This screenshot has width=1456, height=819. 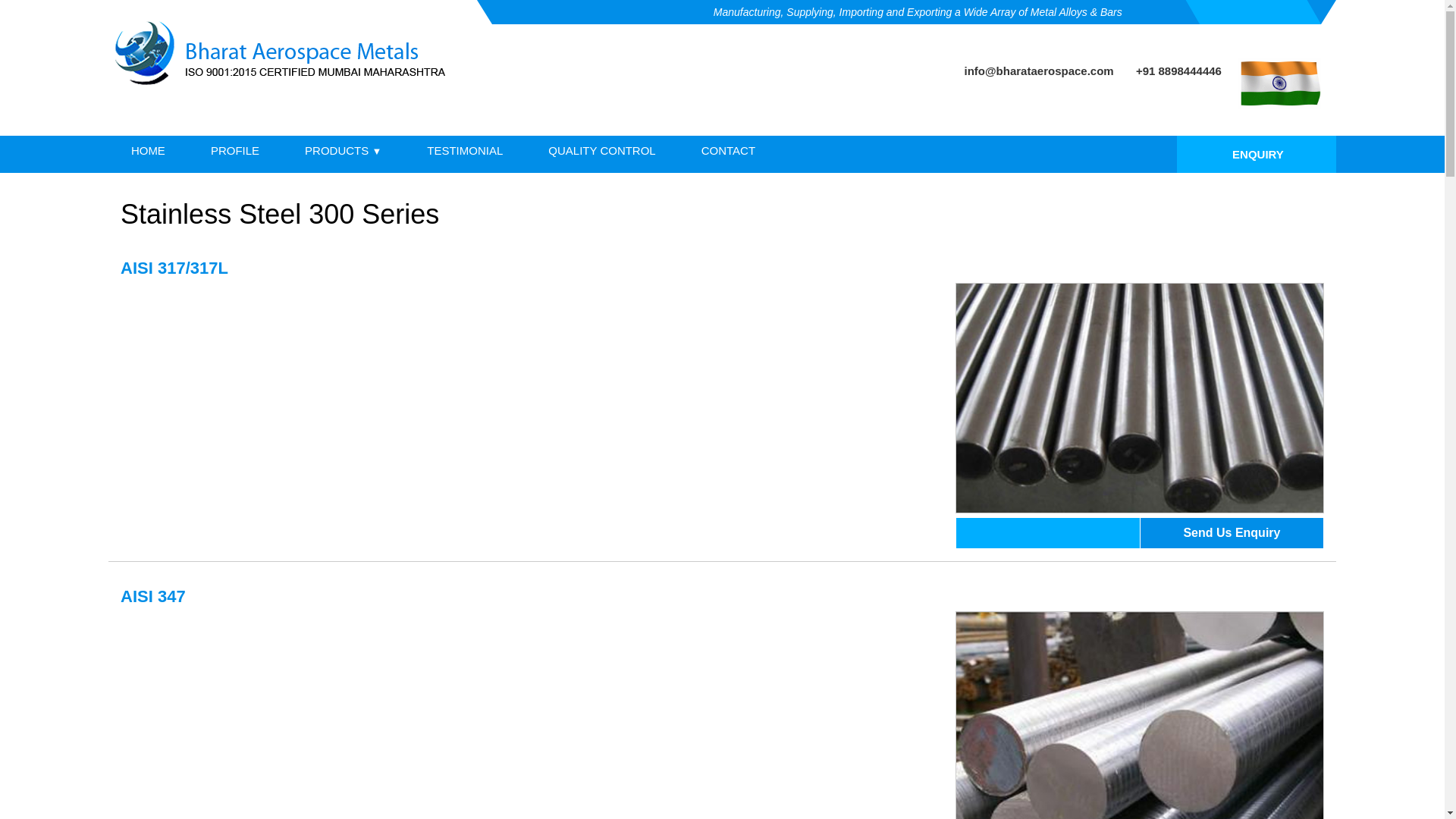 What do you see at coordinates (1038, 71) in the screenshot?
I see `'info@bharataerospace.com'` at bounding box center [1038, 71].